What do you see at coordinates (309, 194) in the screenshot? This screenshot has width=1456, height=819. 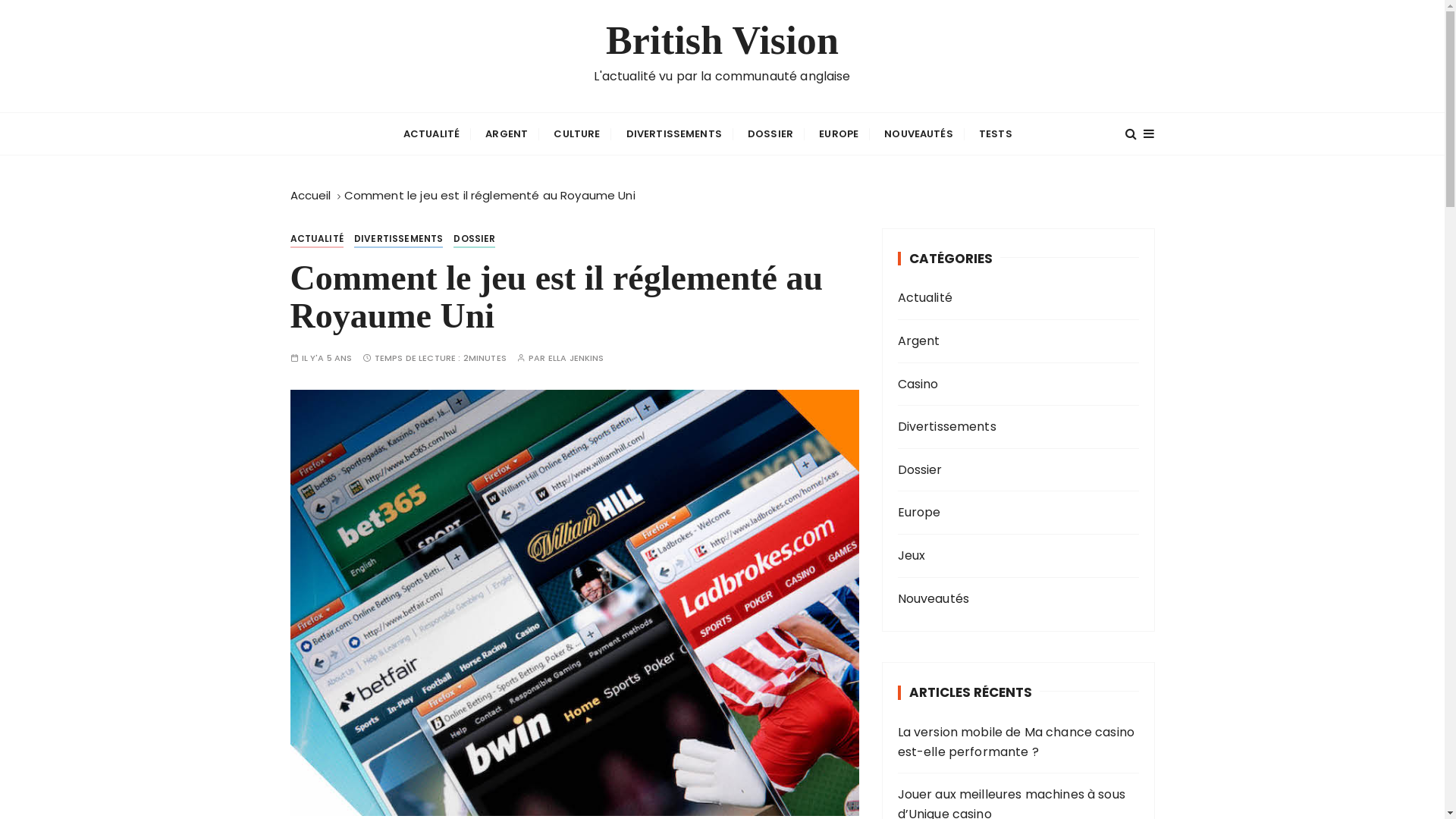 I see `'Accueil'` at bounding box center [309, 194].